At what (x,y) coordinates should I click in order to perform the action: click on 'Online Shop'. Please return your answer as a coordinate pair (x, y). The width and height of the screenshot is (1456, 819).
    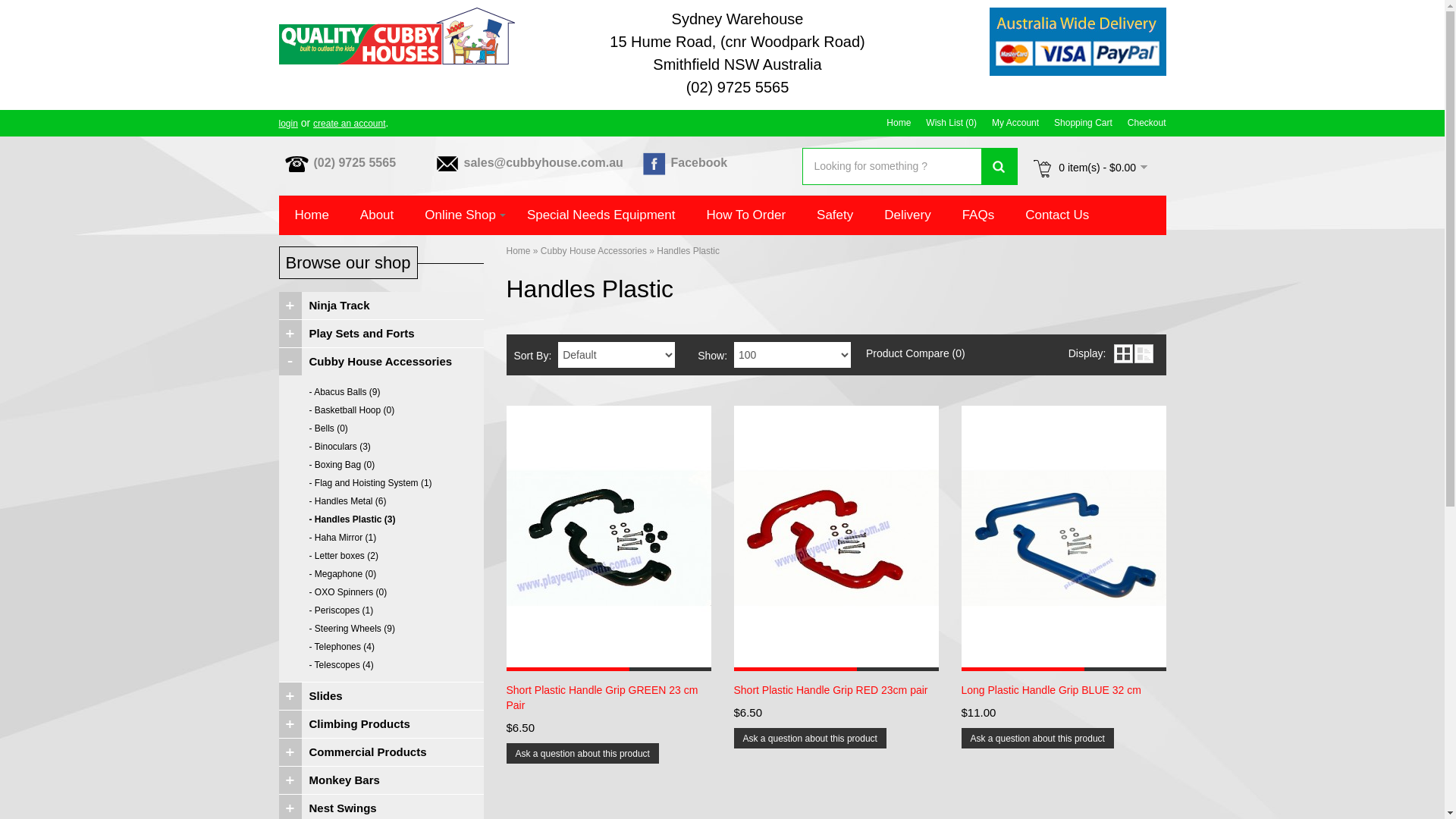
    Looking at the image, I should click on (460, 215).